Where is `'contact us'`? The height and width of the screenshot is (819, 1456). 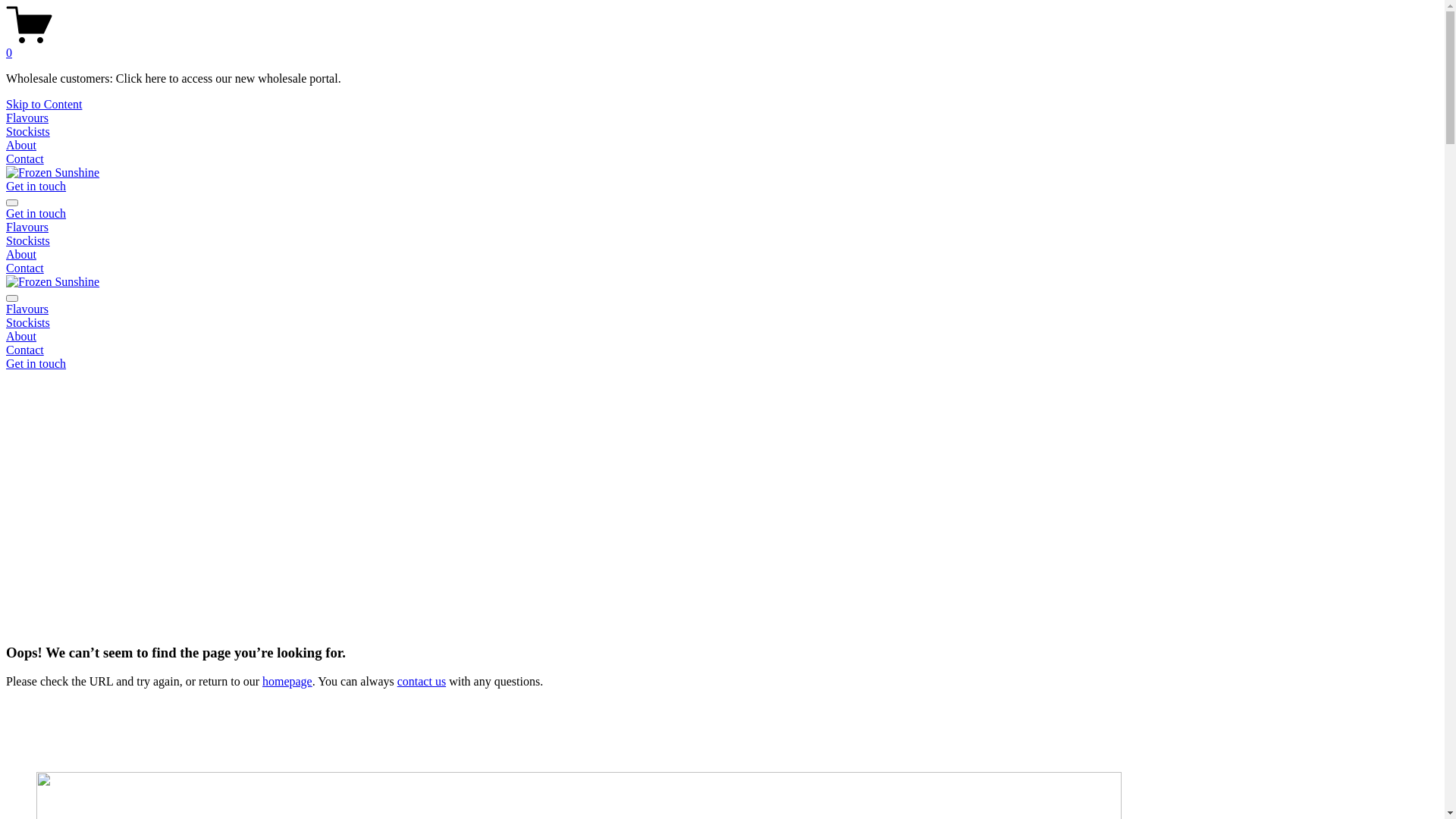 'contact us' is located at coordinates (397, 680).